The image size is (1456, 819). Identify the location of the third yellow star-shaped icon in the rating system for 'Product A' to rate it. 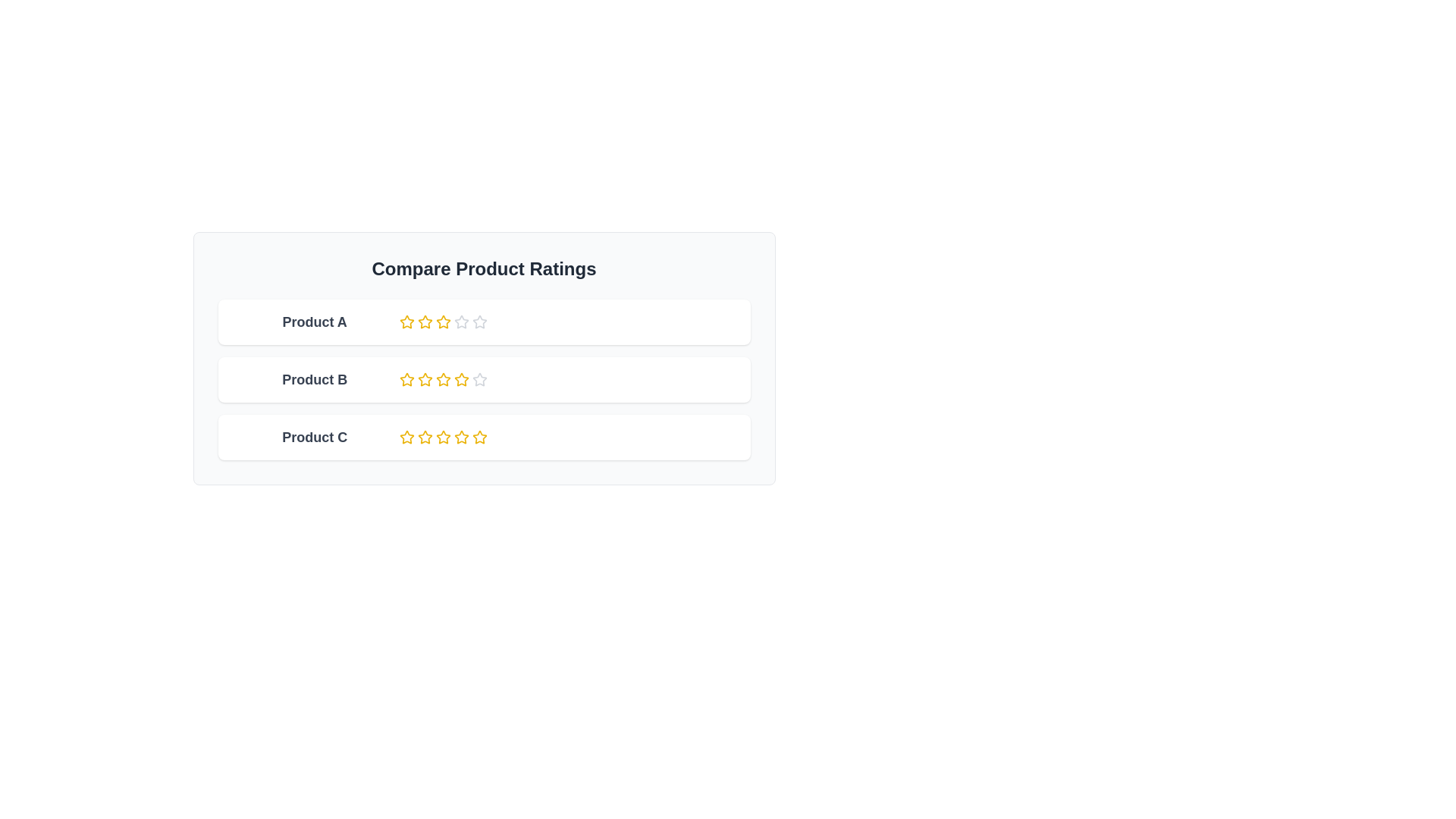
(425, 321).